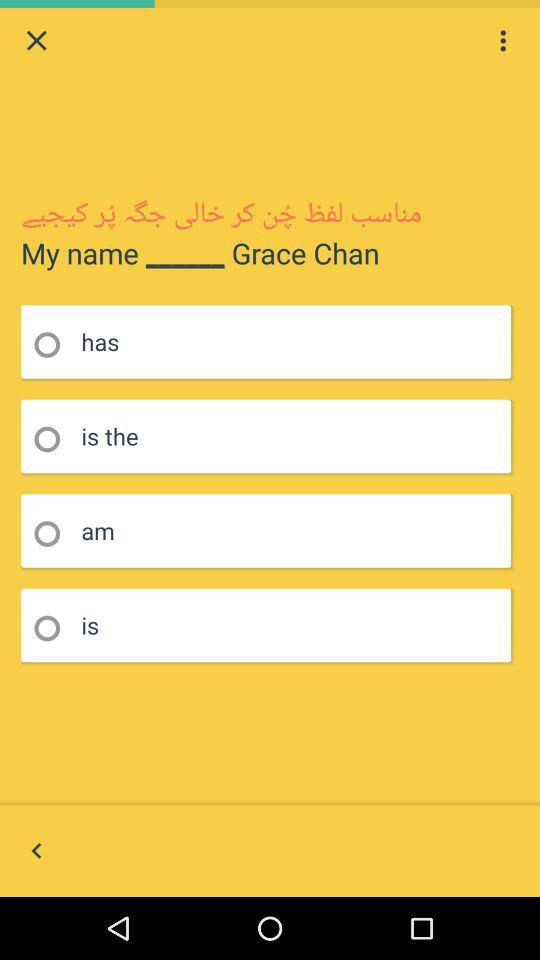  I want to click on check bubble, so click(53, 533).